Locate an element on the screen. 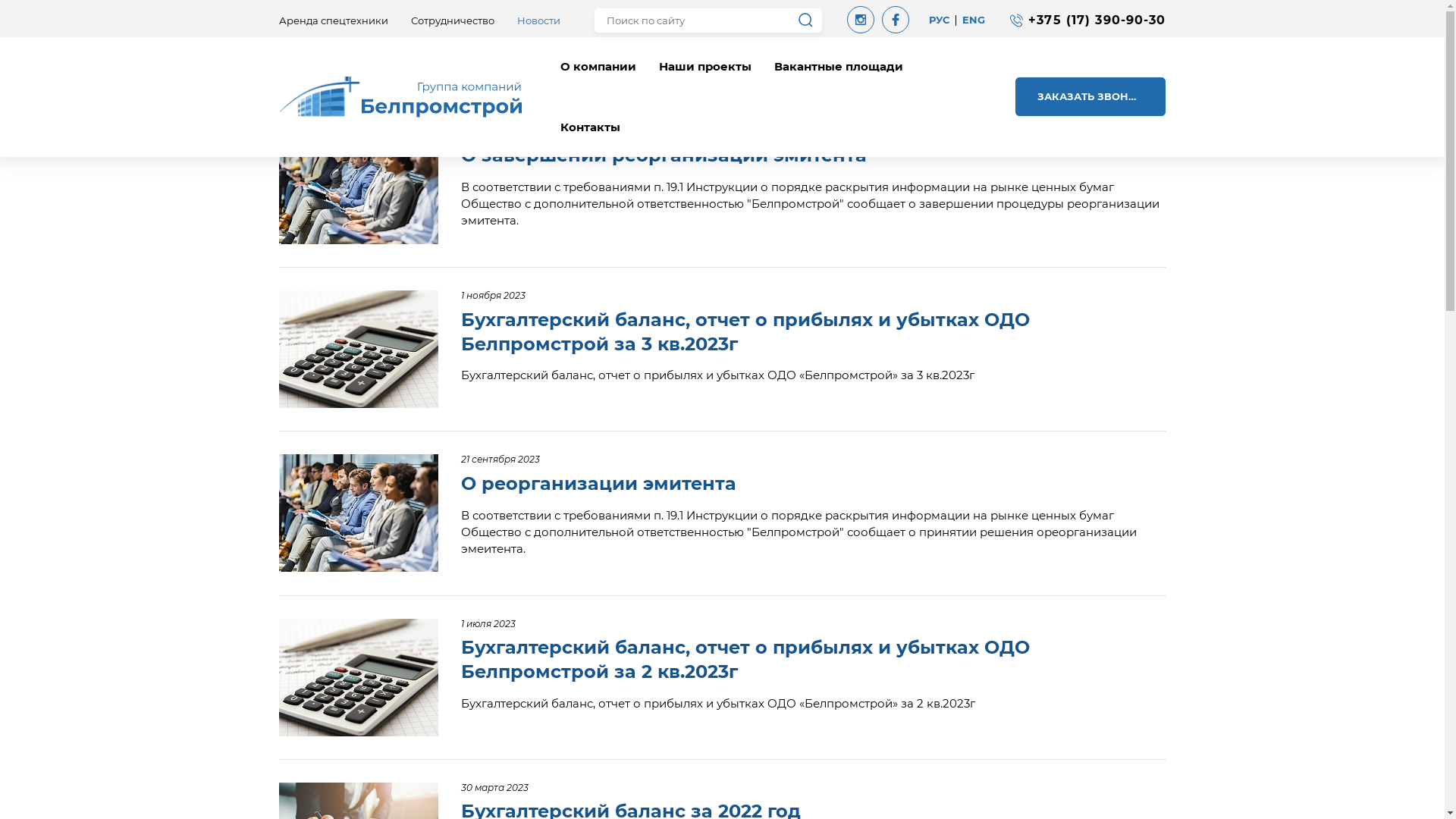  '+375 (17) 390-90-30' is located at coordinates (1097, 20).